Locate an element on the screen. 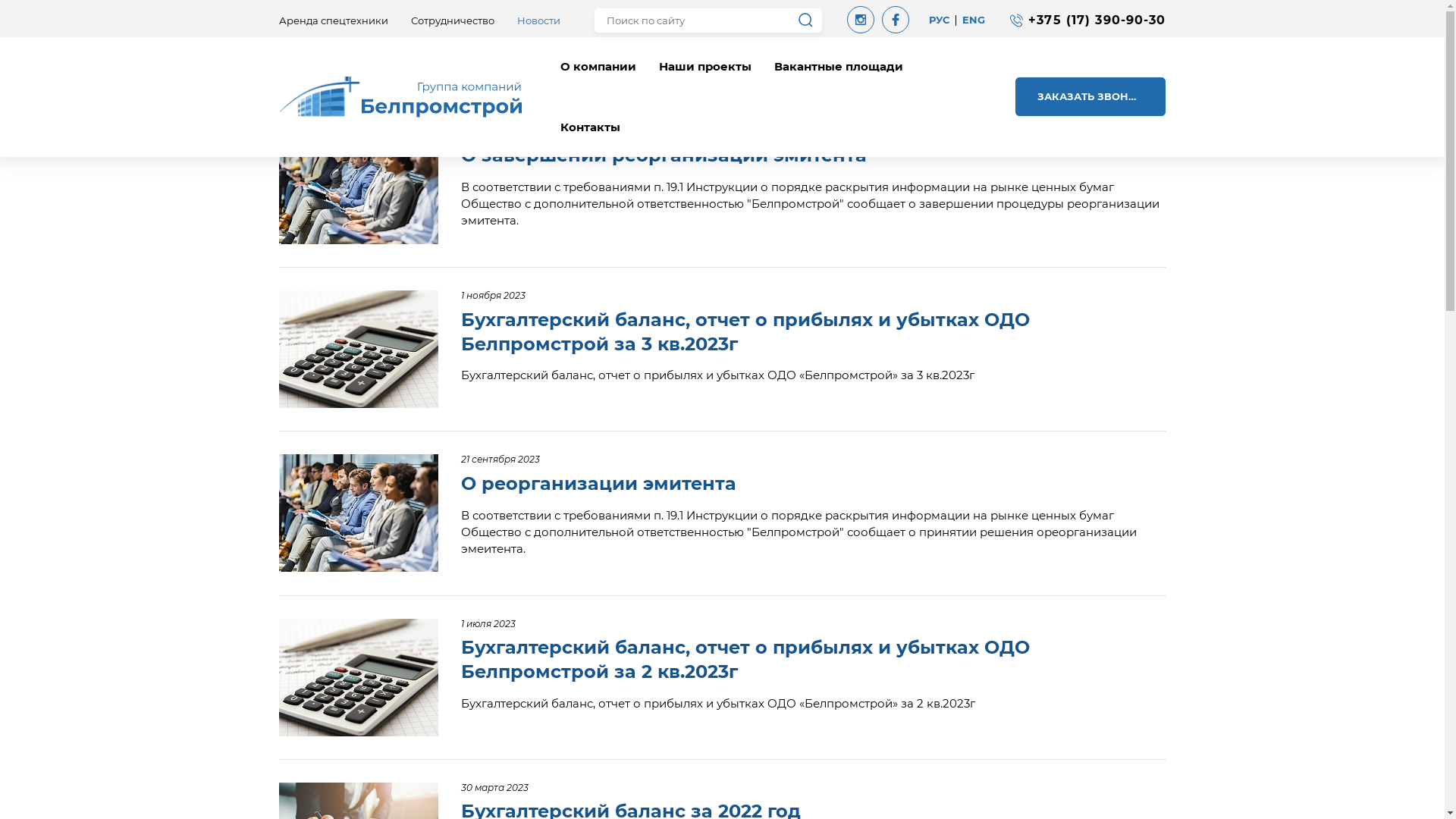  '+375 (17) 390-90-30' is located at coordinates (1097, 20).